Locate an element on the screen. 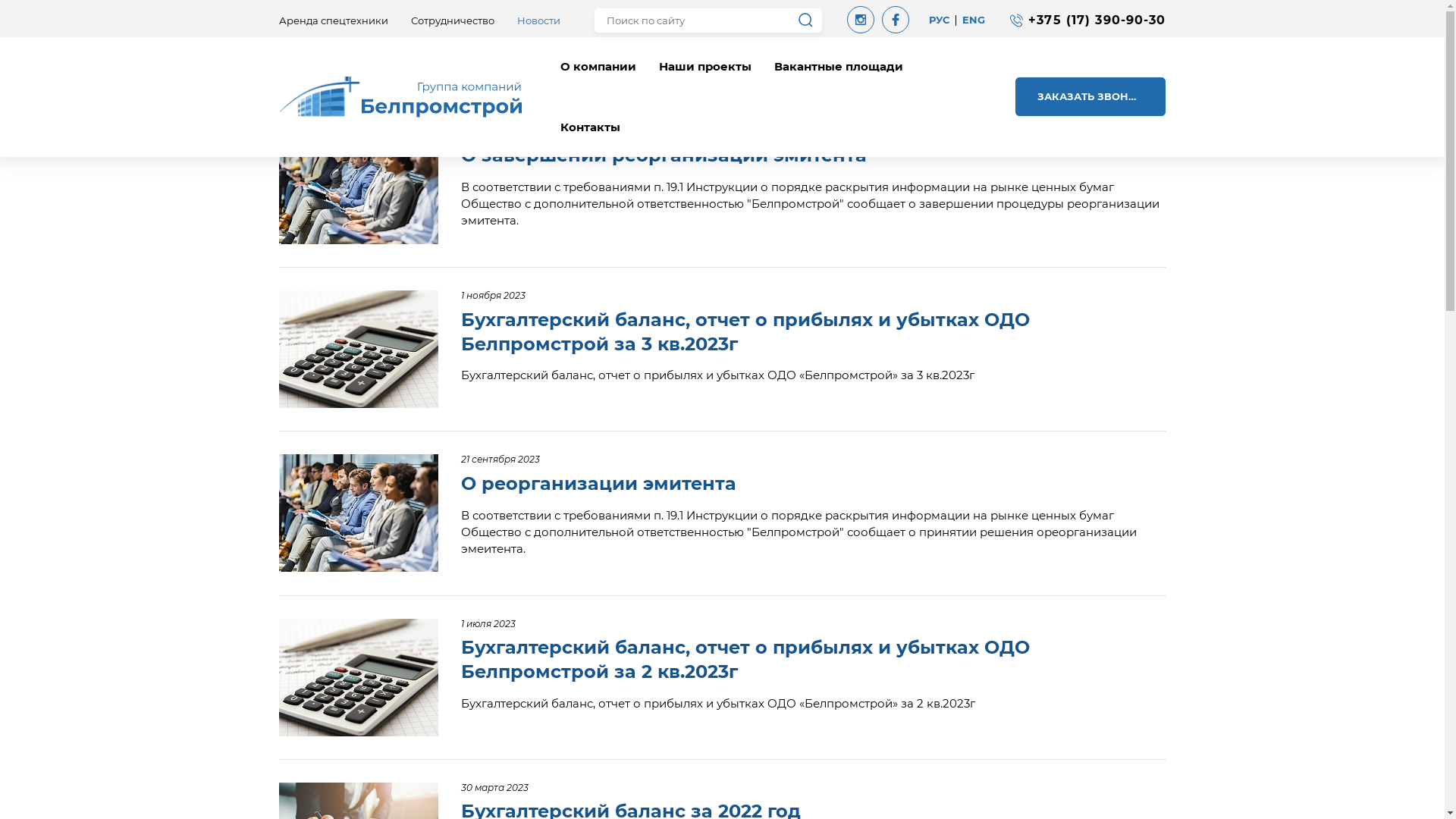  '+375 (17) 390-90-30' is located at coordinates (1097, 20).